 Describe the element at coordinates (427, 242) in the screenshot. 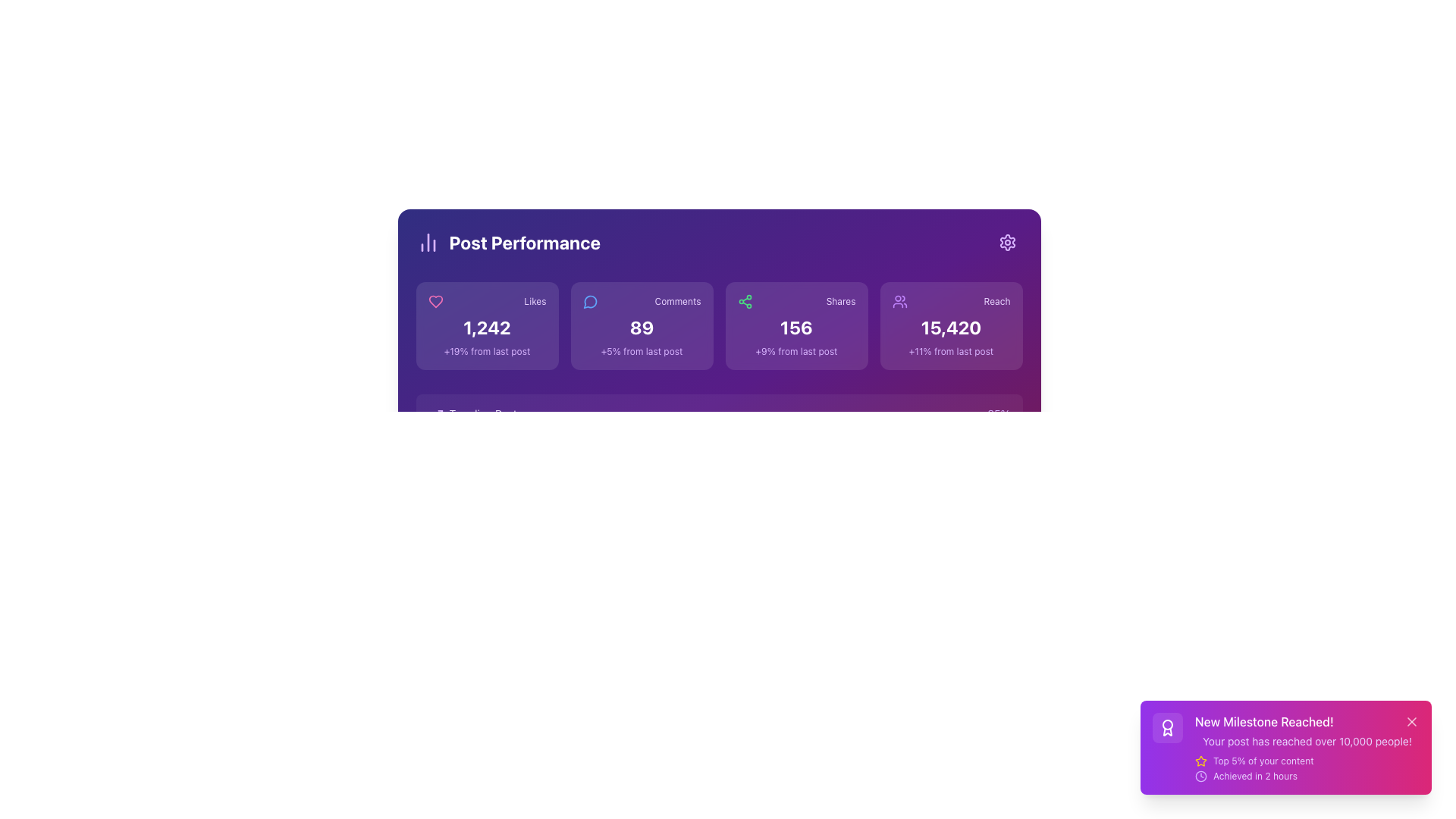

I see `the icon representing performance metrics in the 'Post Performance' section` at that location.